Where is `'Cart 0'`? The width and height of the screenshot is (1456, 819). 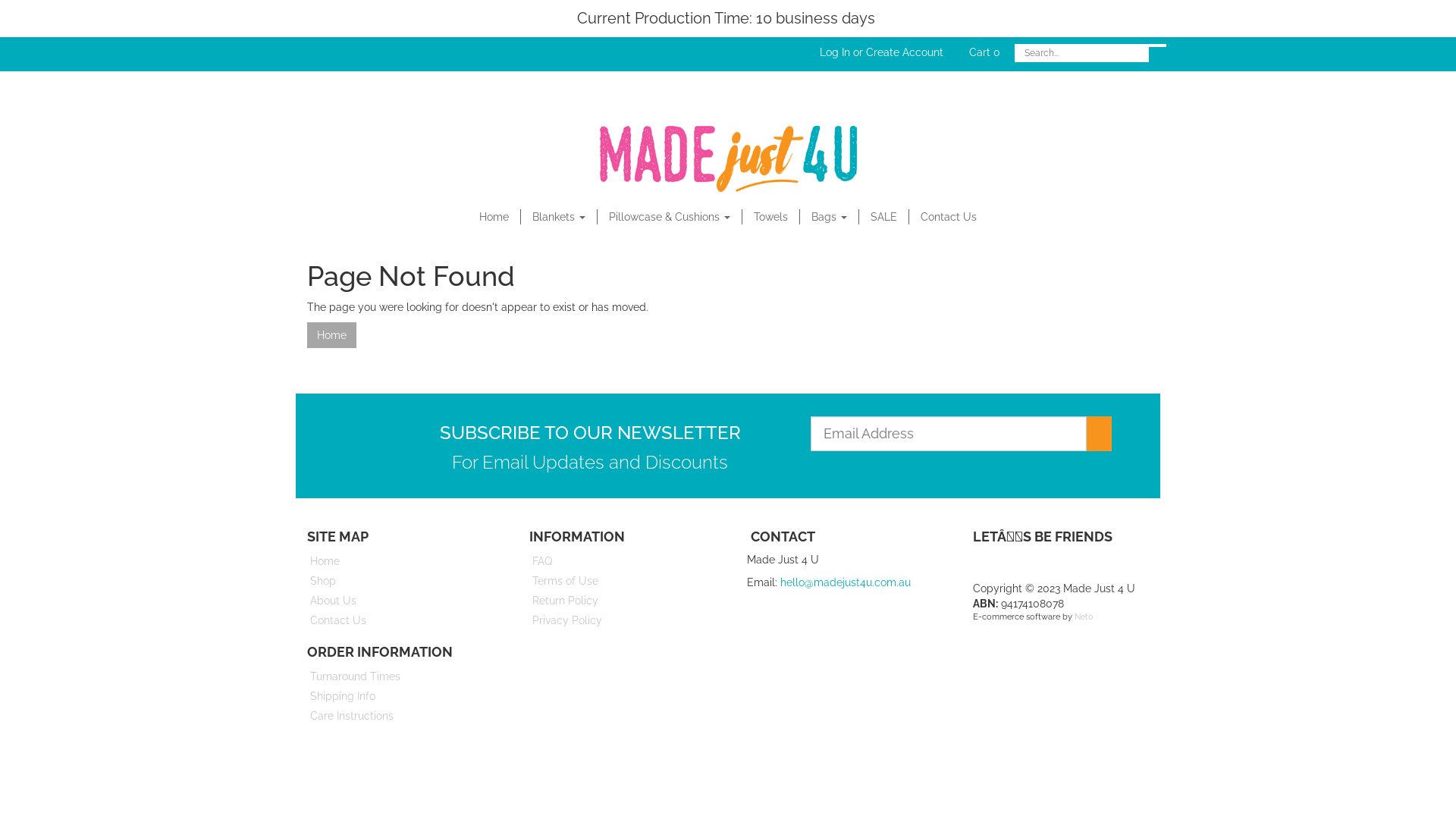
'Cart 0' is located at coordinates (984, 52).